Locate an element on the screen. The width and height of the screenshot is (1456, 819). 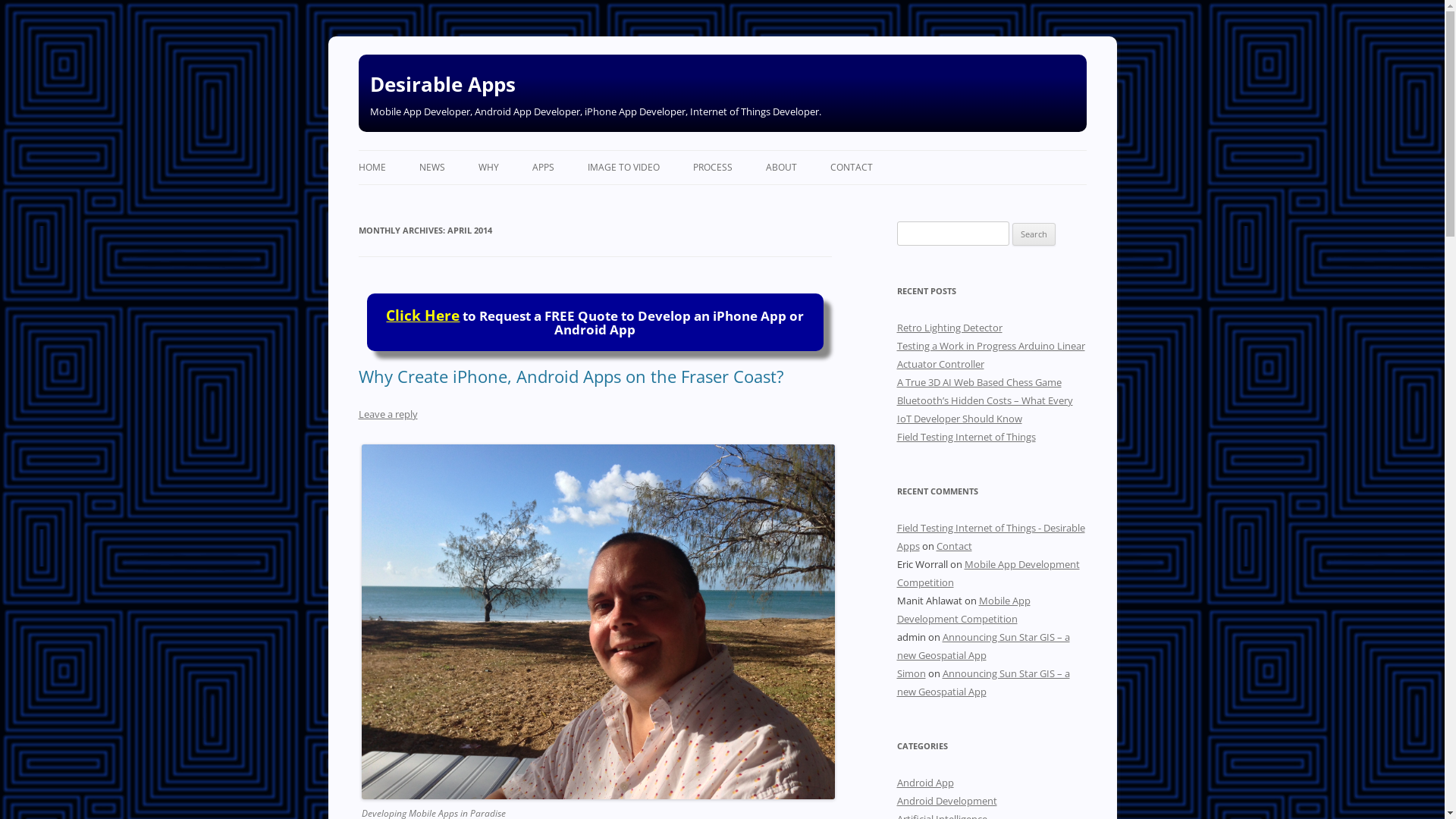
'APPS' is located at coordinates (543, 167).